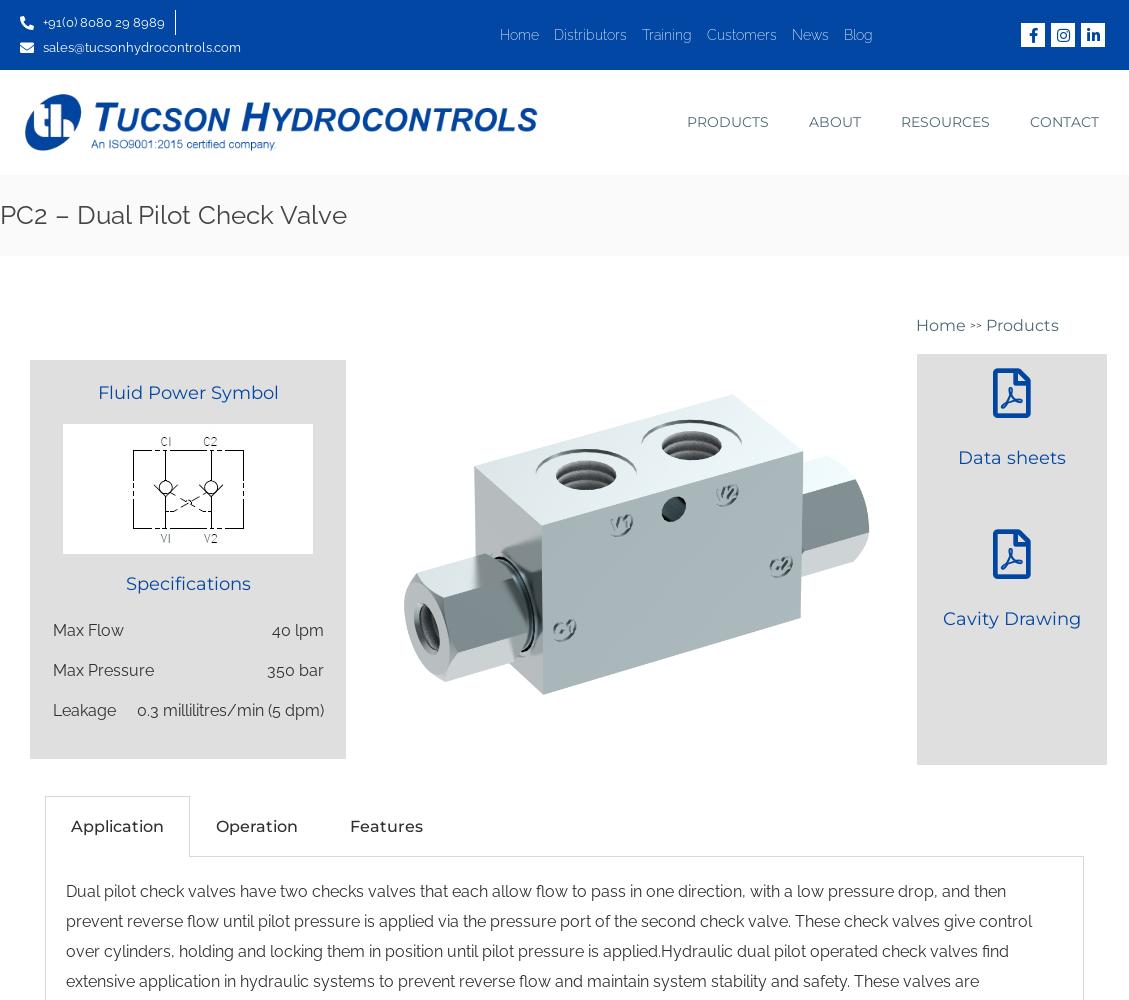  What do you see at coordinates (51, 630) in the screenshot?
I see `'Max Flow'` at bounding box center [51, 630].